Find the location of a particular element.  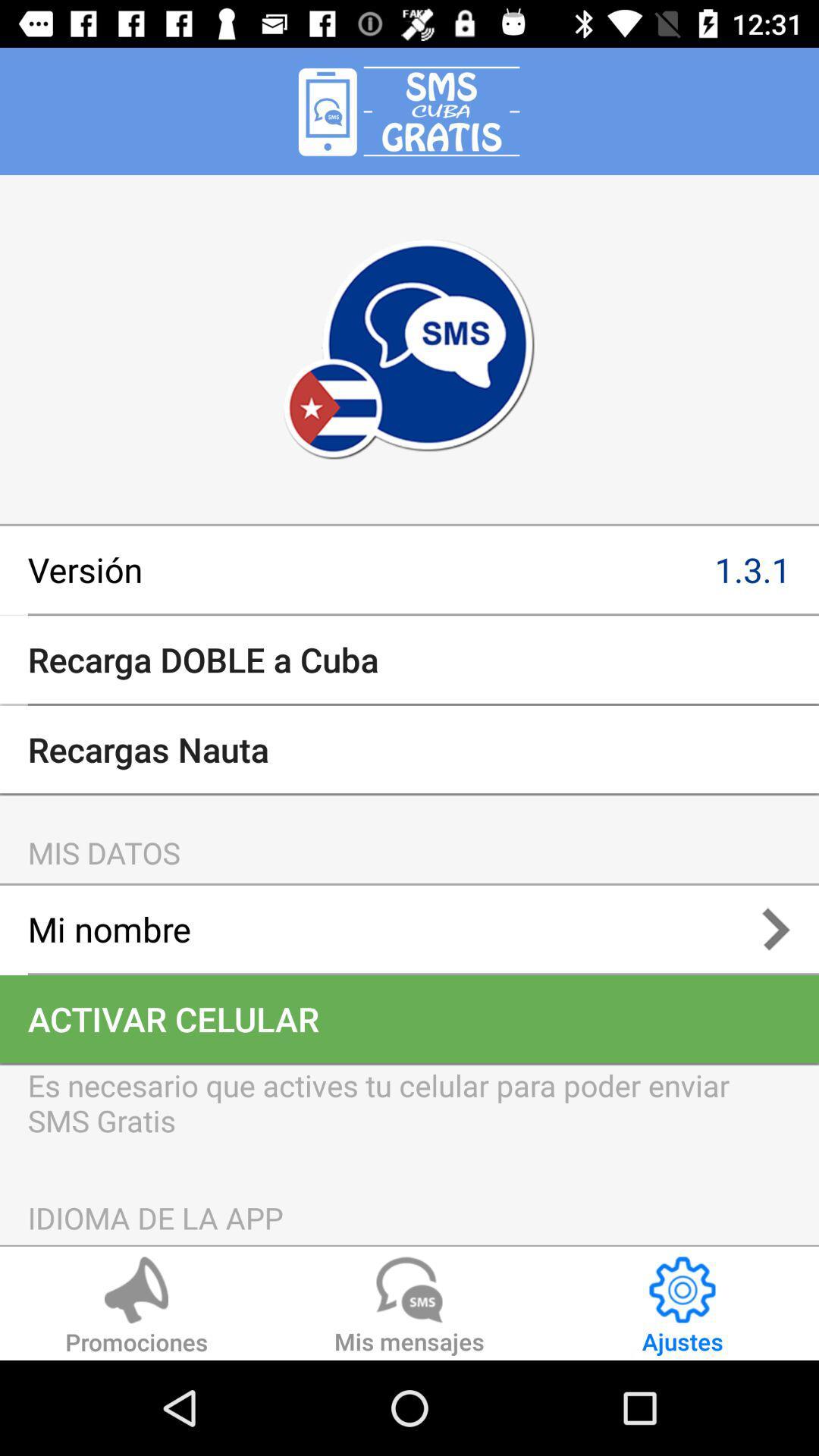

activar celular icon is located at coordinates (409, 1019).